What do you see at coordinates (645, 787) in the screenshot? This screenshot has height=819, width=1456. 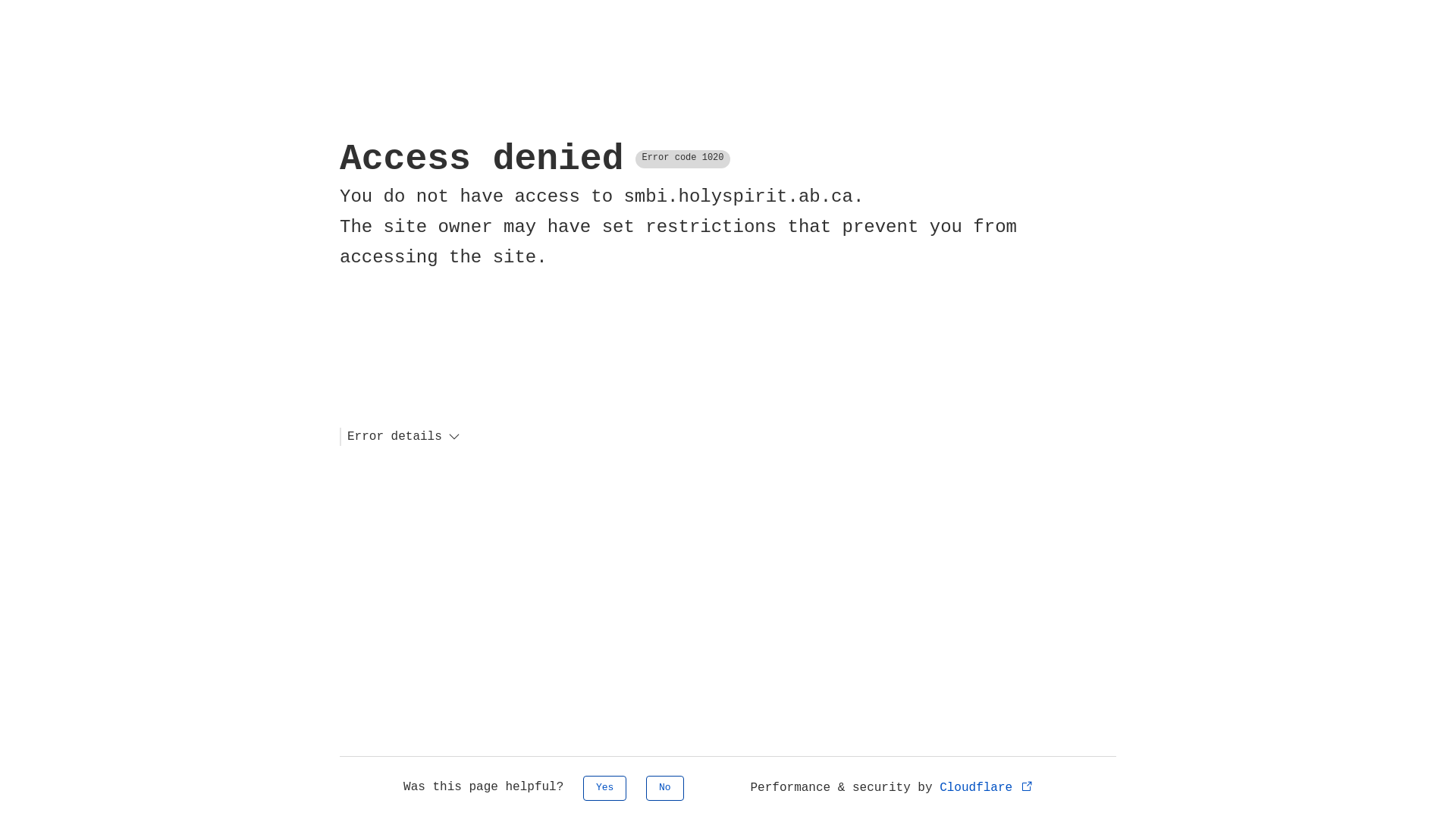 I see `'No'` at bounding box center [645, 787].